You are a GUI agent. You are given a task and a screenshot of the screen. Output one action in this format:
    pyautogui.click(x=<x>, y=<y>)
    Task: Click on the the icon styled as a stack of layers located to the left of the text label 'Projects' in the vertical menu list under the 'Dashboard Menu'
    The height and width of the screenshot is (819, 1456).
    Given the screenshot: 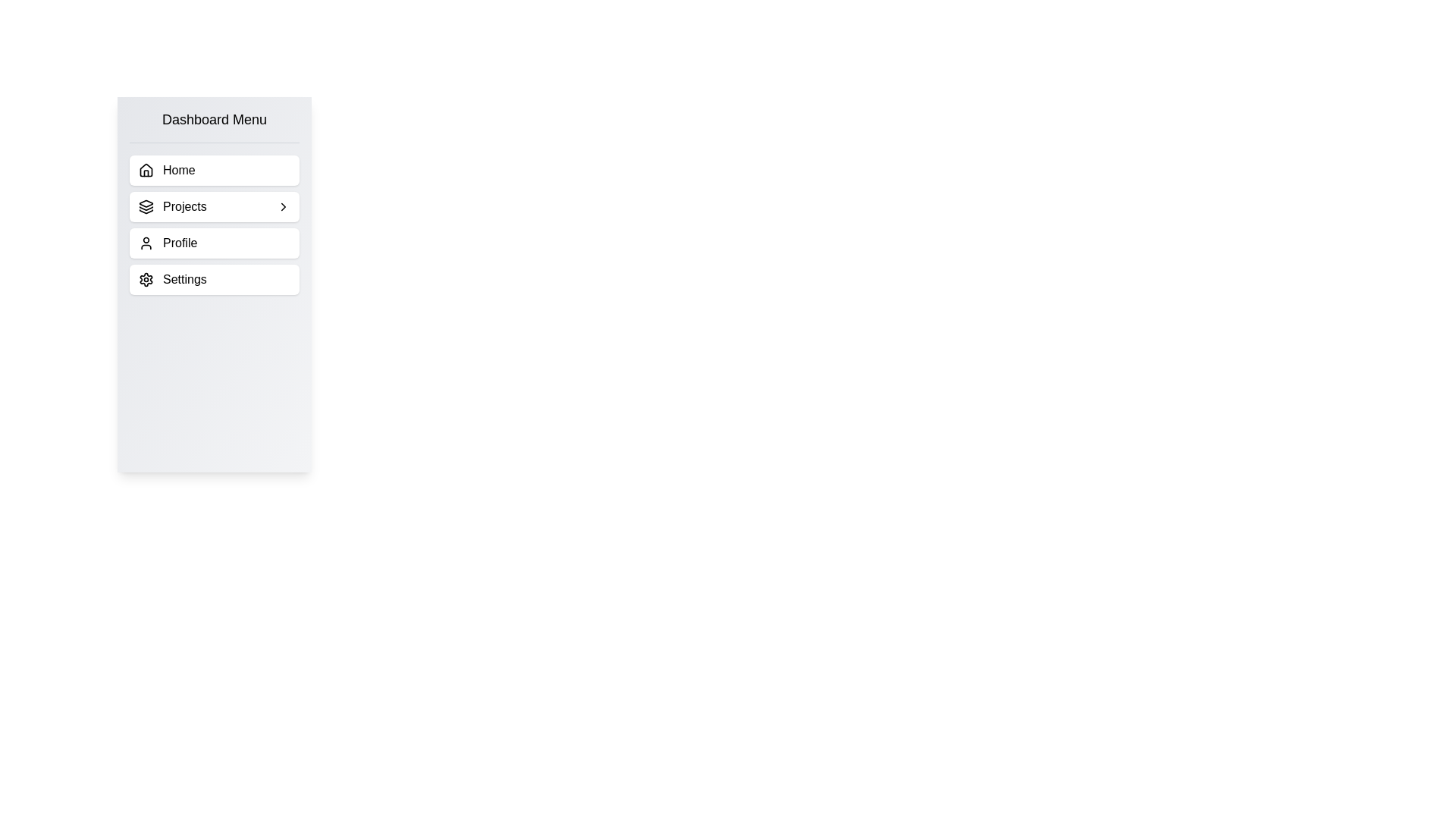 What is the action you would take?
    pyautogui.click(x=146, y=207)
    